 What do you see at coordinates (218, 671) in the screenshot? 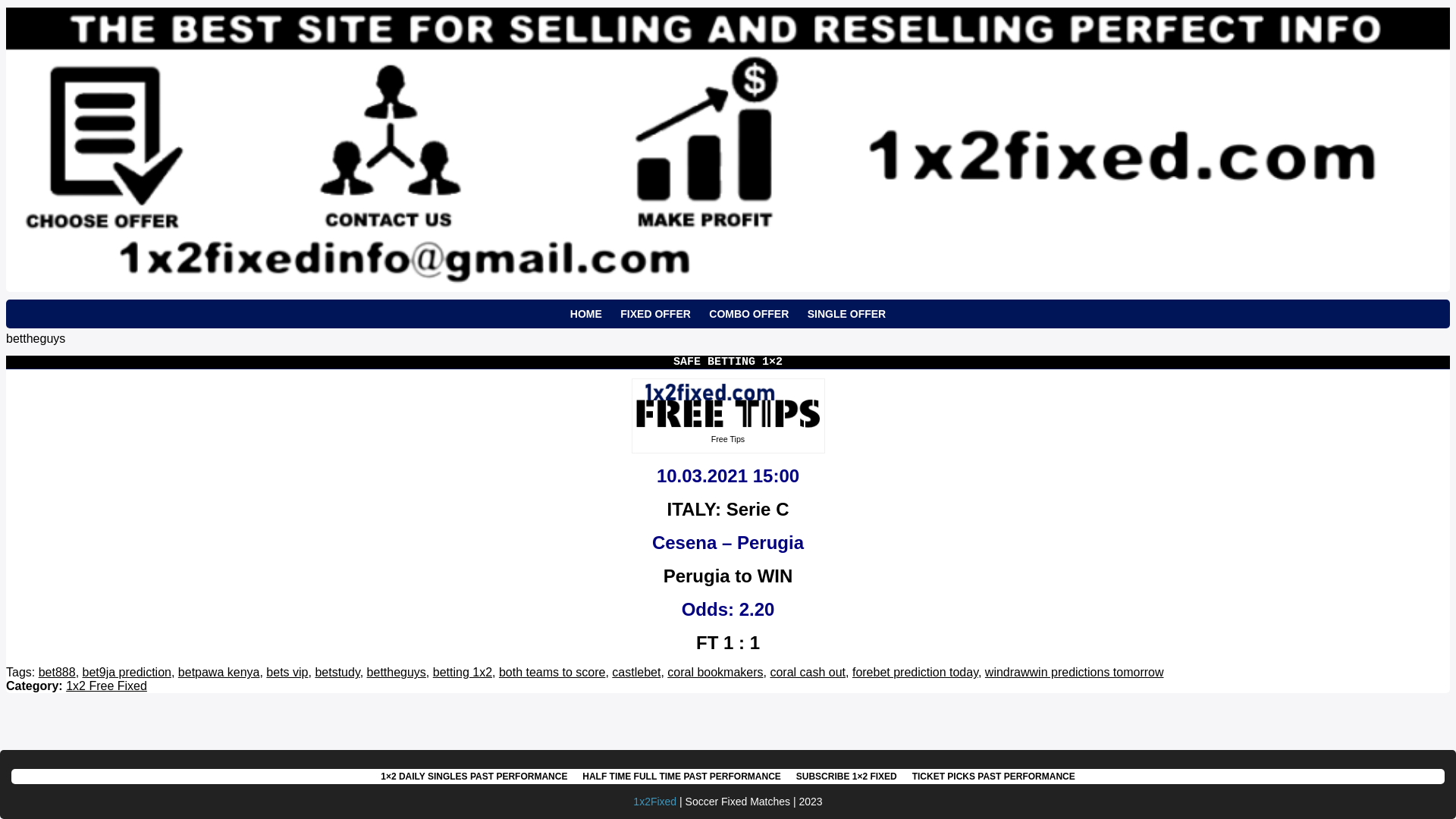
I see `'betpawa kenya'` at bounding box center [218, 671].